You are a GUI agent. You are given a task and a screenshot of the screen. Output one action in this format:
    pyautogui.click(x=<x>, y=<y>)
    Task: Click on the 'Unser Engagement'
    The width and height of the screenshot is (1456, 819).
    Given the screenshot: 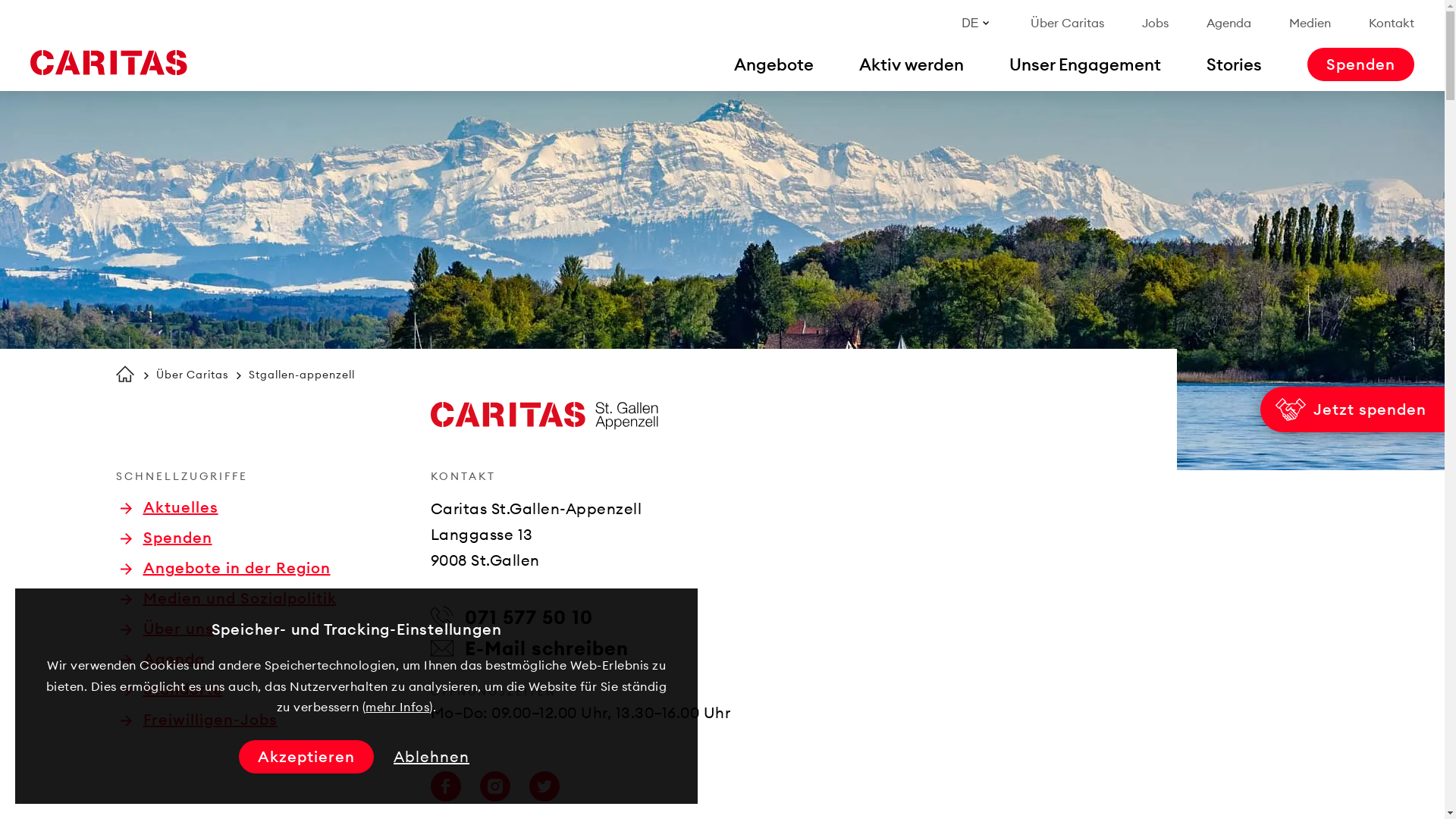 What is the action you would take?
    pyautogui.click(x=1084, y=63)
    